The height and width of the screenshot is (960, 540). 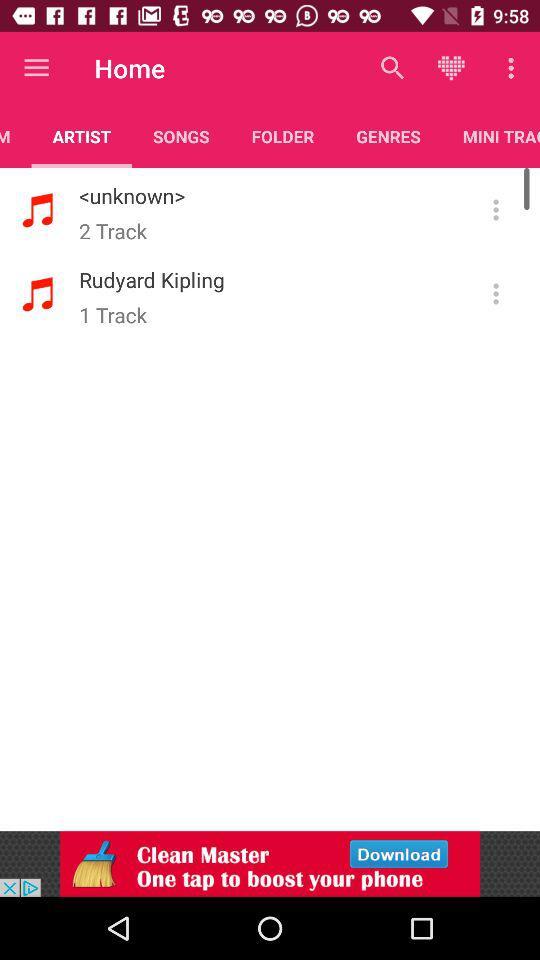 I want to click on advertisement, so click(x=270, y=863).